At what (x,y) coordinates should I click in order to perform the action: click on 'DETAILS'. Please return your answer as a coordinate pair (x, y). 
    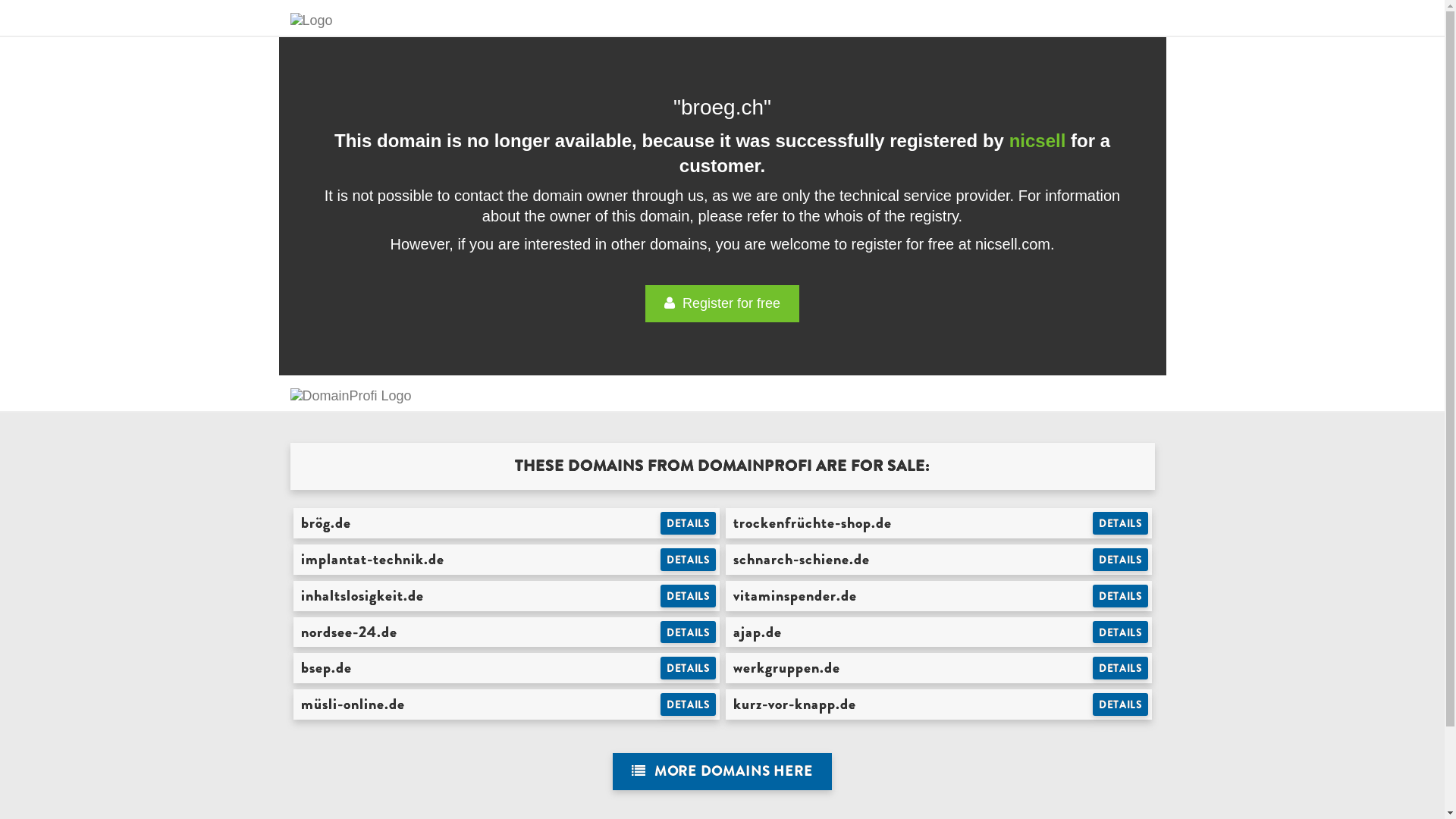
    Looking at the image, I should click on (687, 632).